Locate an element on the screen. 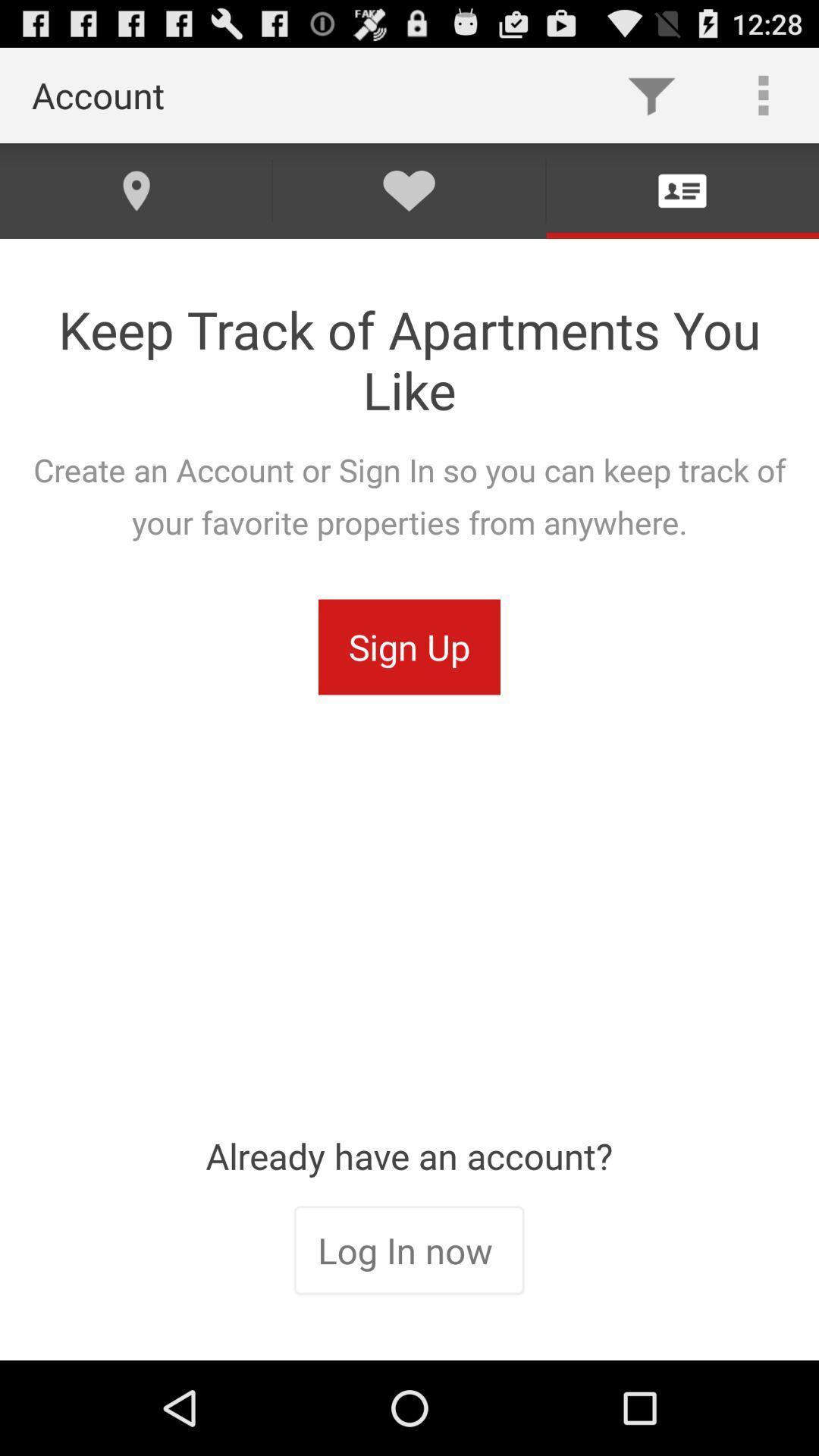 The height and width of the screenshot is (1456, 819). the sign up icon is located at coordinates (409, 647).